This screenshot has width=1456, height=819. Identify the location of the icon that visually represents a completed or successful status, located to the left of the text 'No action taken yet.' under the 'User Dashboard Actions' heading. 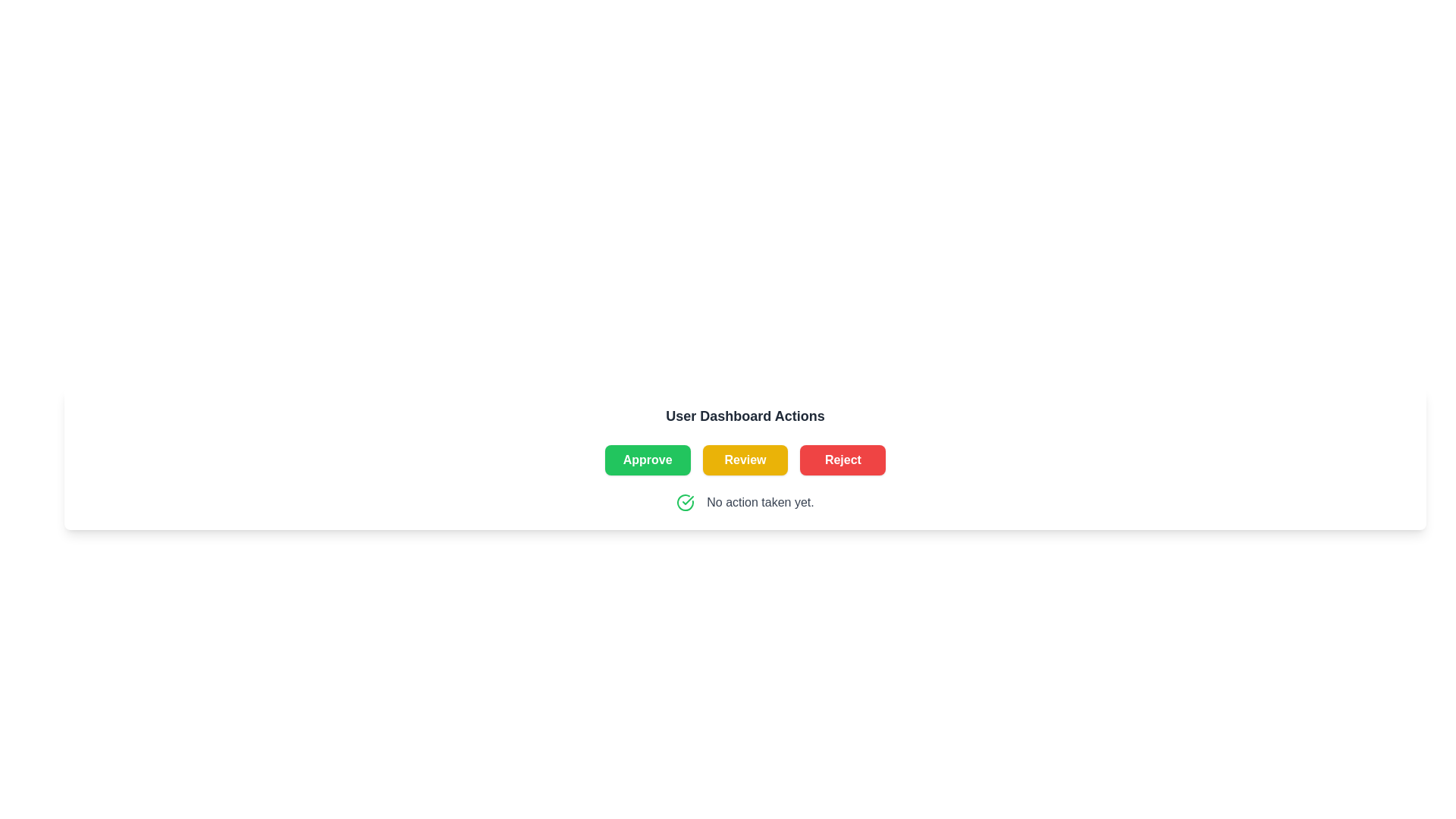
(685, 503).